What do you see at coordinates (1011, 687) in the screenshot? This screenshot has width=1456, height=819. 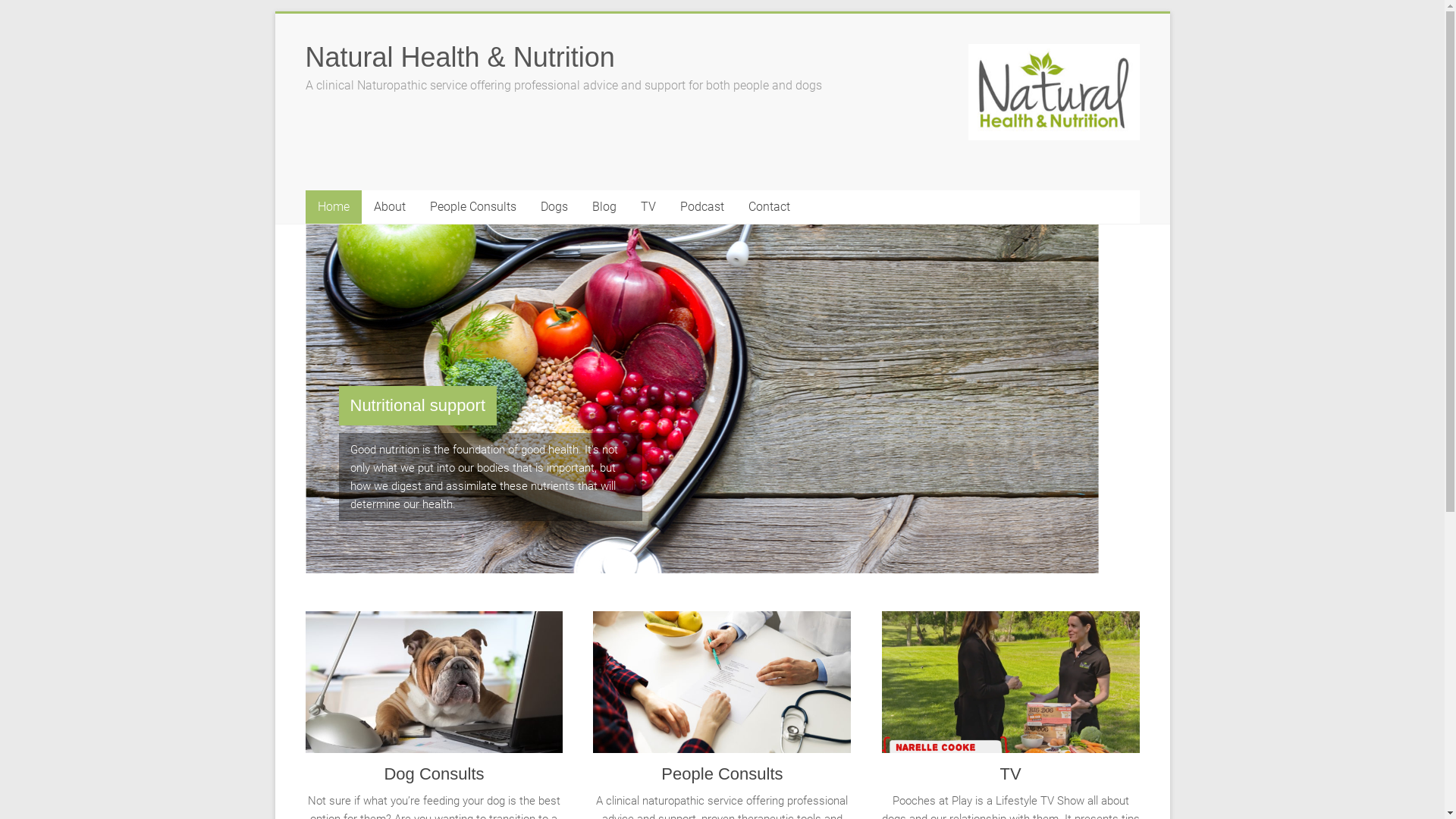 I see `'TV'` at bounding box center [1011, 687].